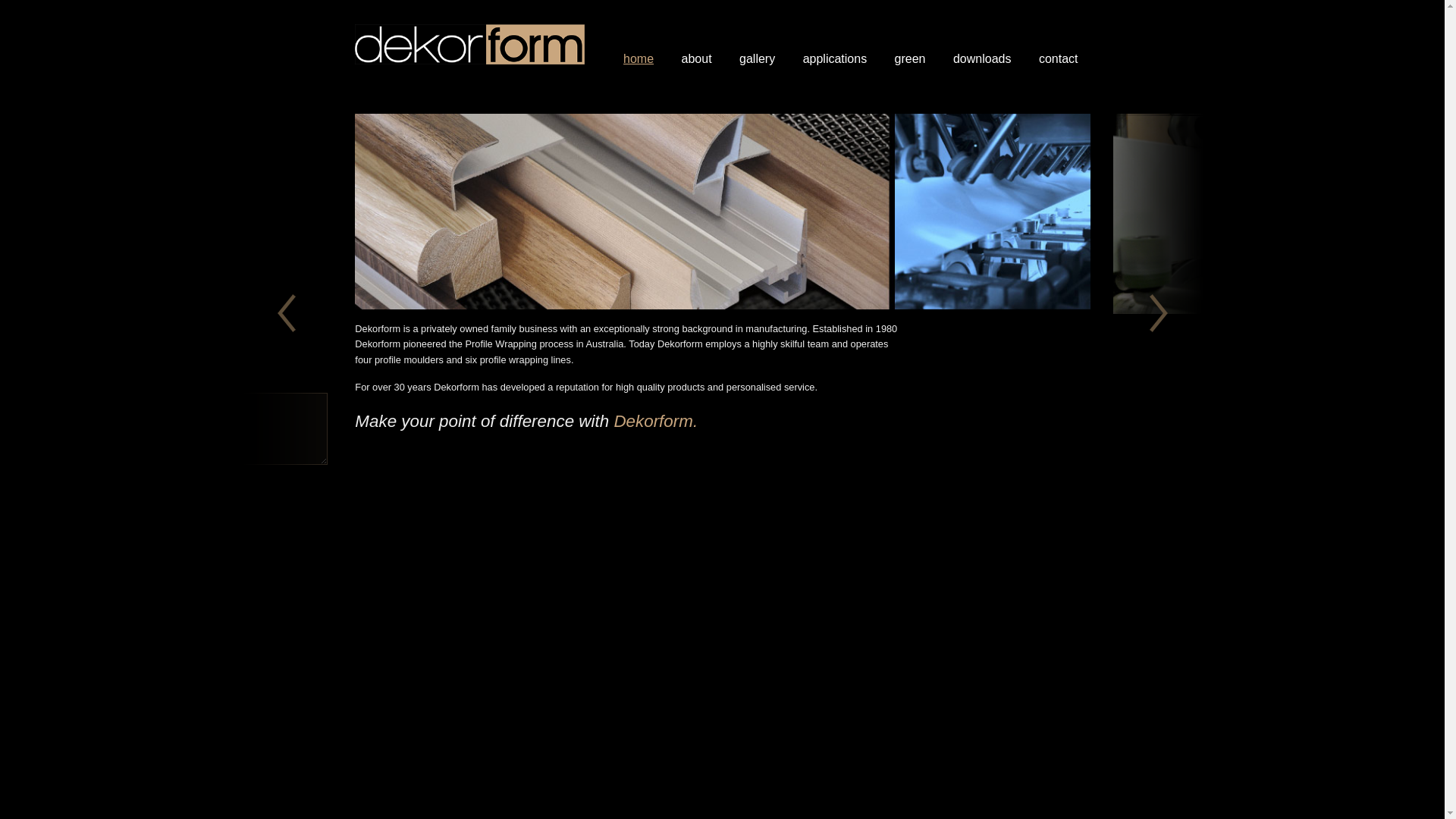 The height and width of the screenshot is (819, 1456). What do you see at coordinates (638, 43) in the screenshot?
I see `'home'` at bounding box center [638, 43].